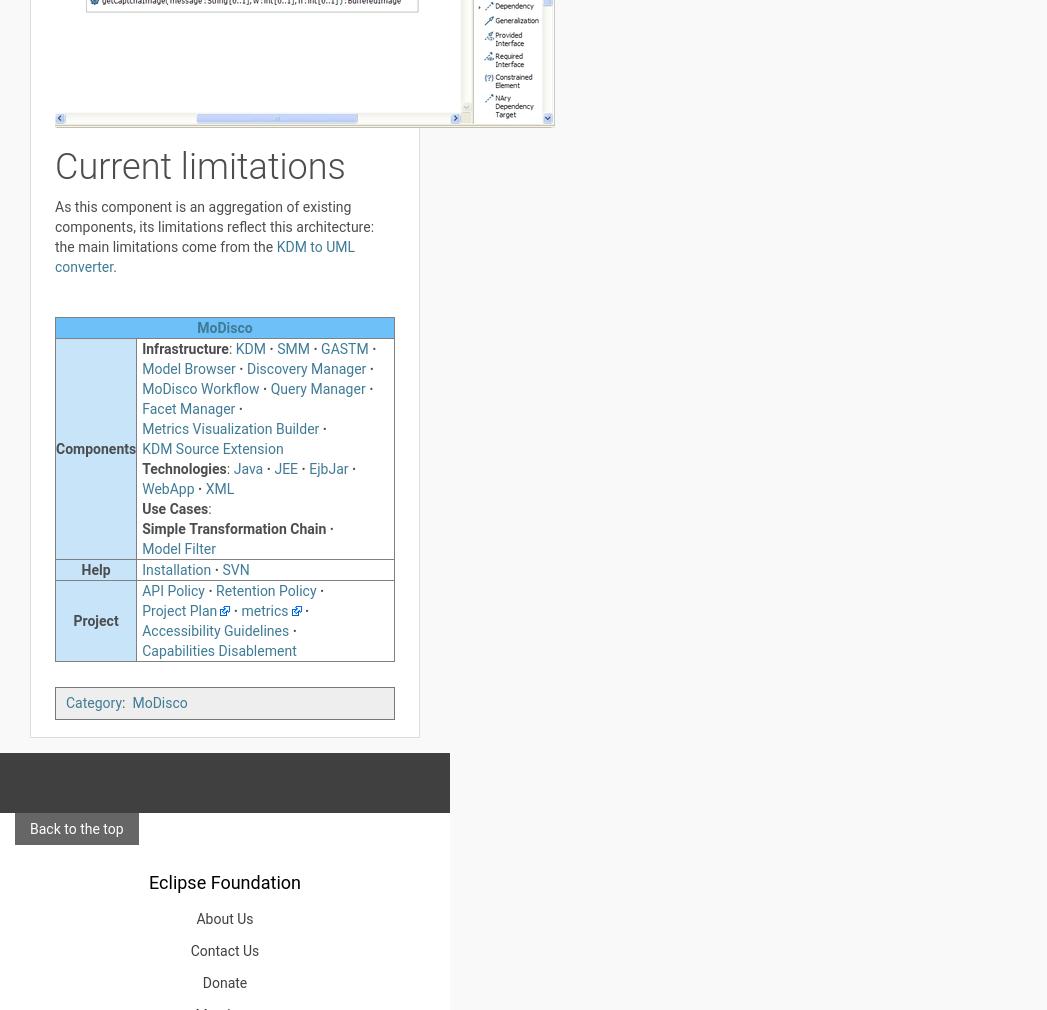  What do you see at coordinates (140, 589) in the screenshot?
I see `'API Policy'` at bounding box center [140, 589].